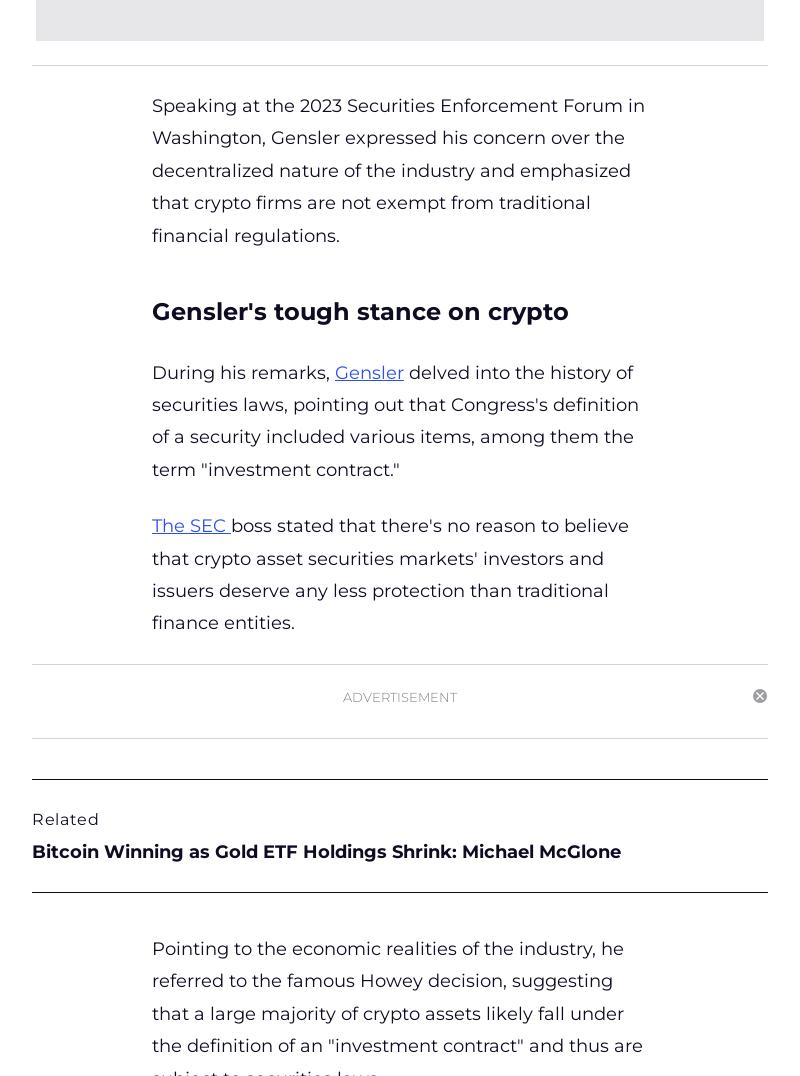 Image resolution: width=800 pixels, height=1076 pixels. I want to click on 'Gensler's tough stance on crypto', so click(364, 309).